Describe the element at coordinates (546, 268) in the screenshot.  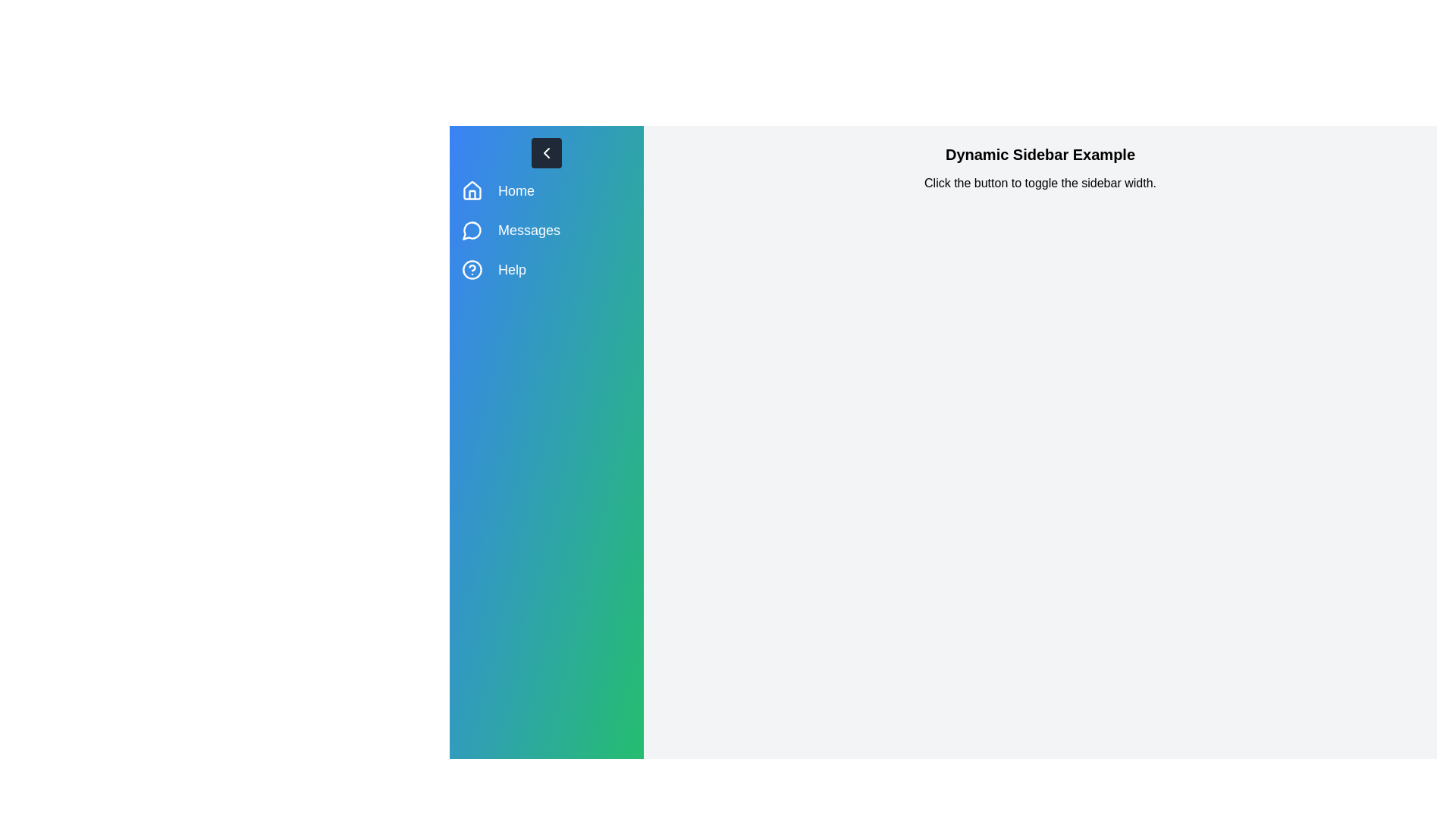
I see `the menu item Help from the sidebar` at that location.